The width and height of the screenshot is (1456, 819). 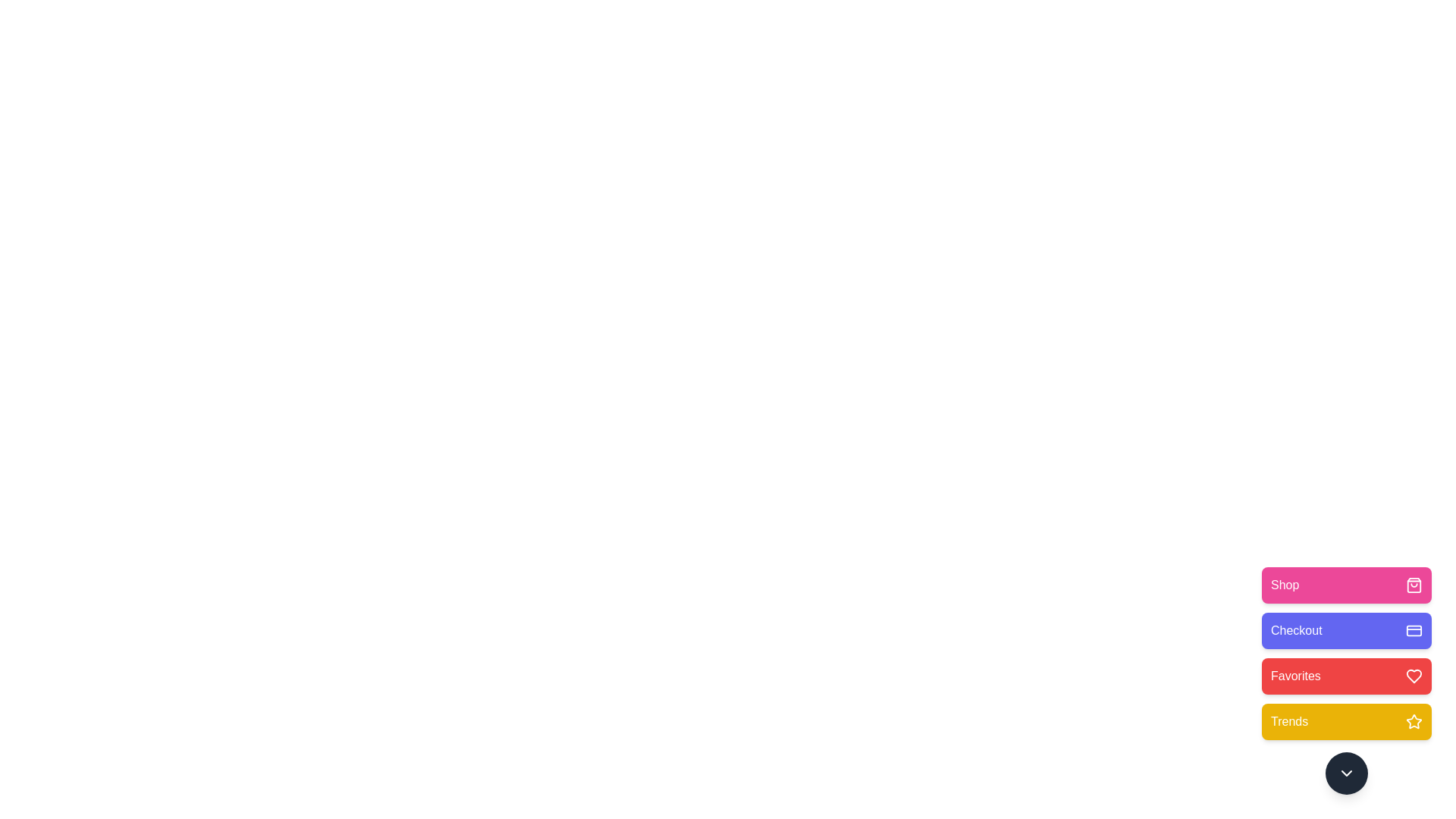 I want to click on the Checkout button to observe its transition effect, so click(x=1347, y=631).